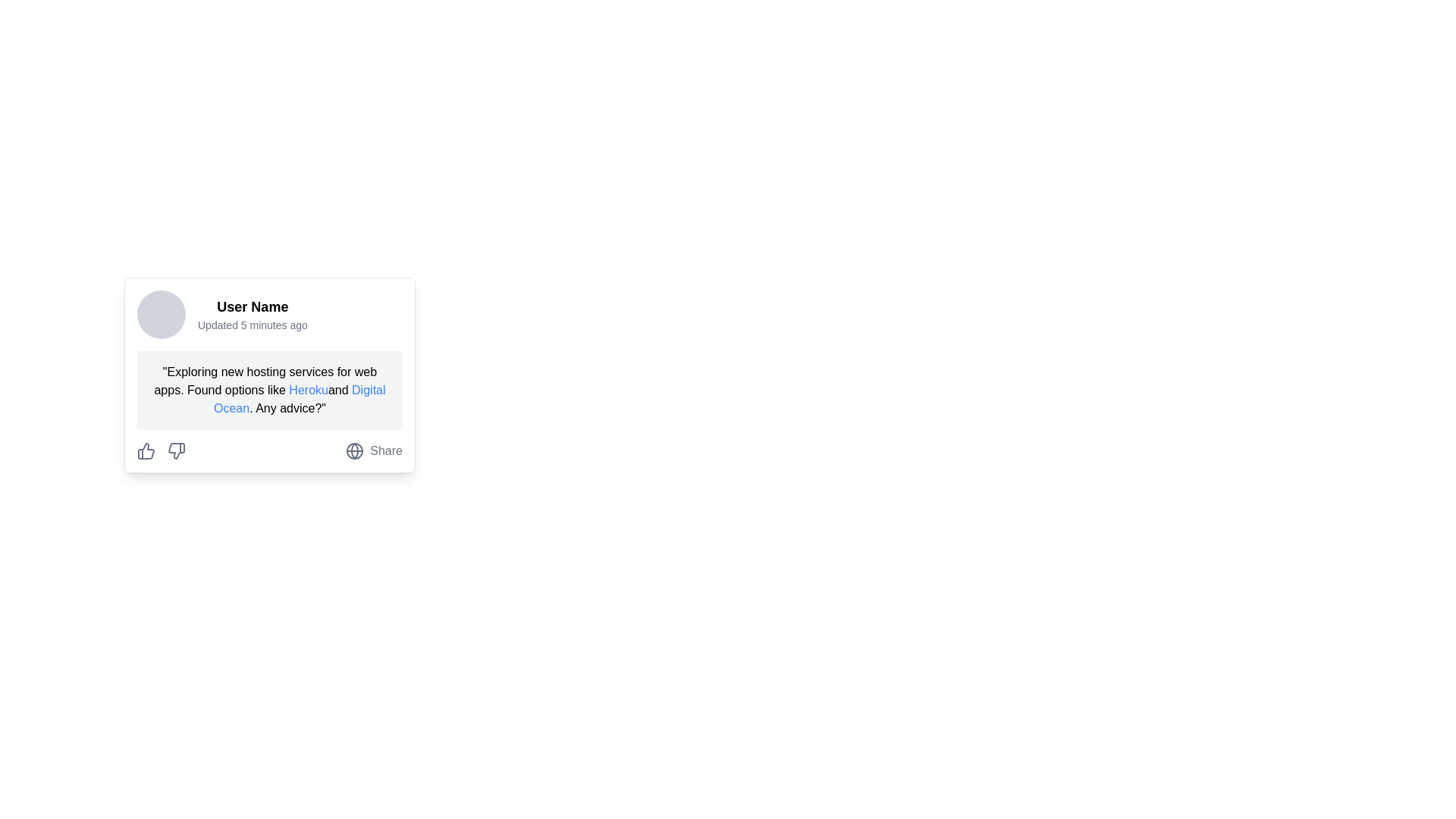 This screenshot has width=1456, height=819. Describe the element at coordinates (354, 450) in the screenshot. I see `the globe icon, which is styled in thin black lines and located to the left of the 'Share' label at the lower-right corner of the card` at that location.